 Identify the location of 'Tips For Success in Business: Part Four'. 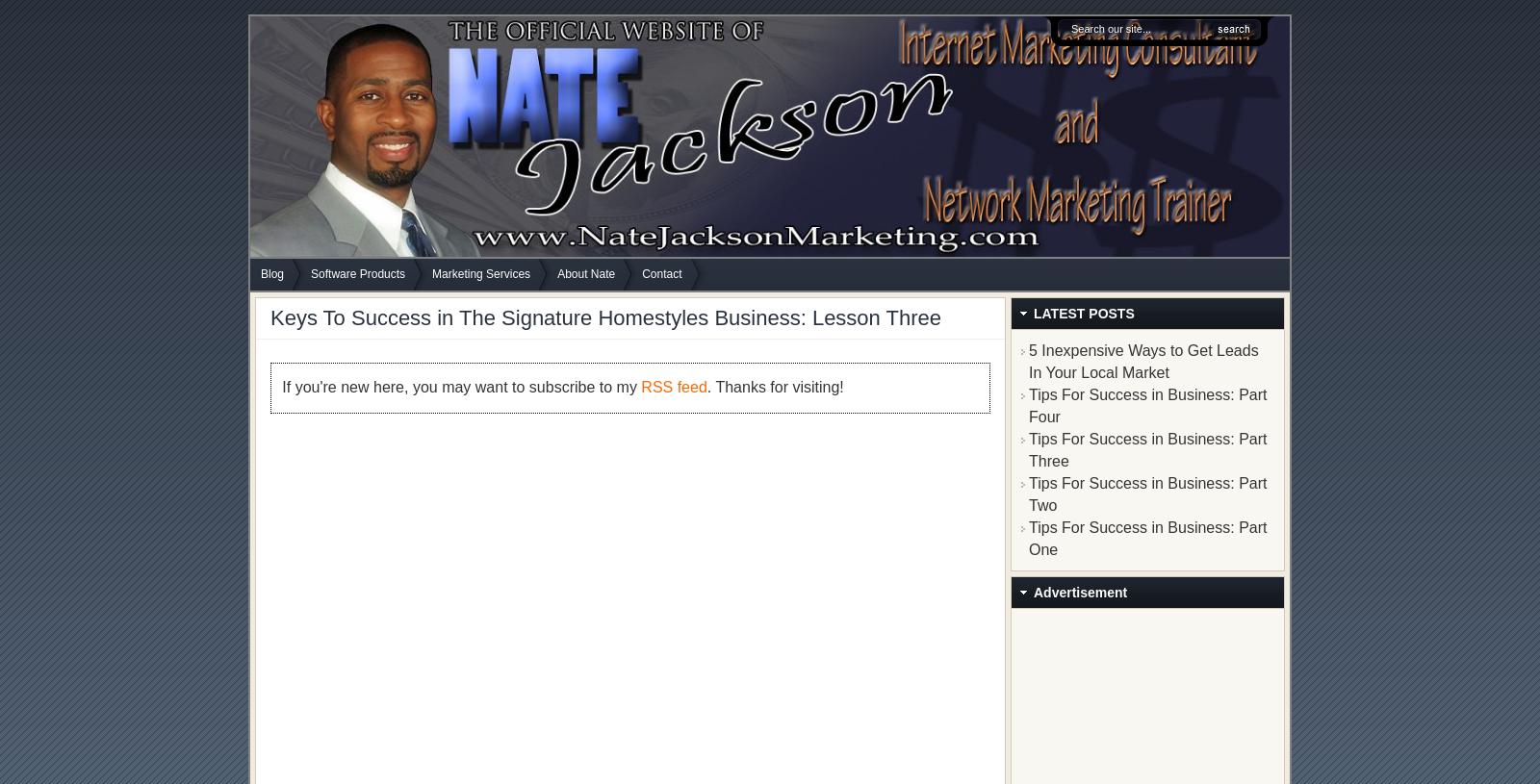
(1147, 406).